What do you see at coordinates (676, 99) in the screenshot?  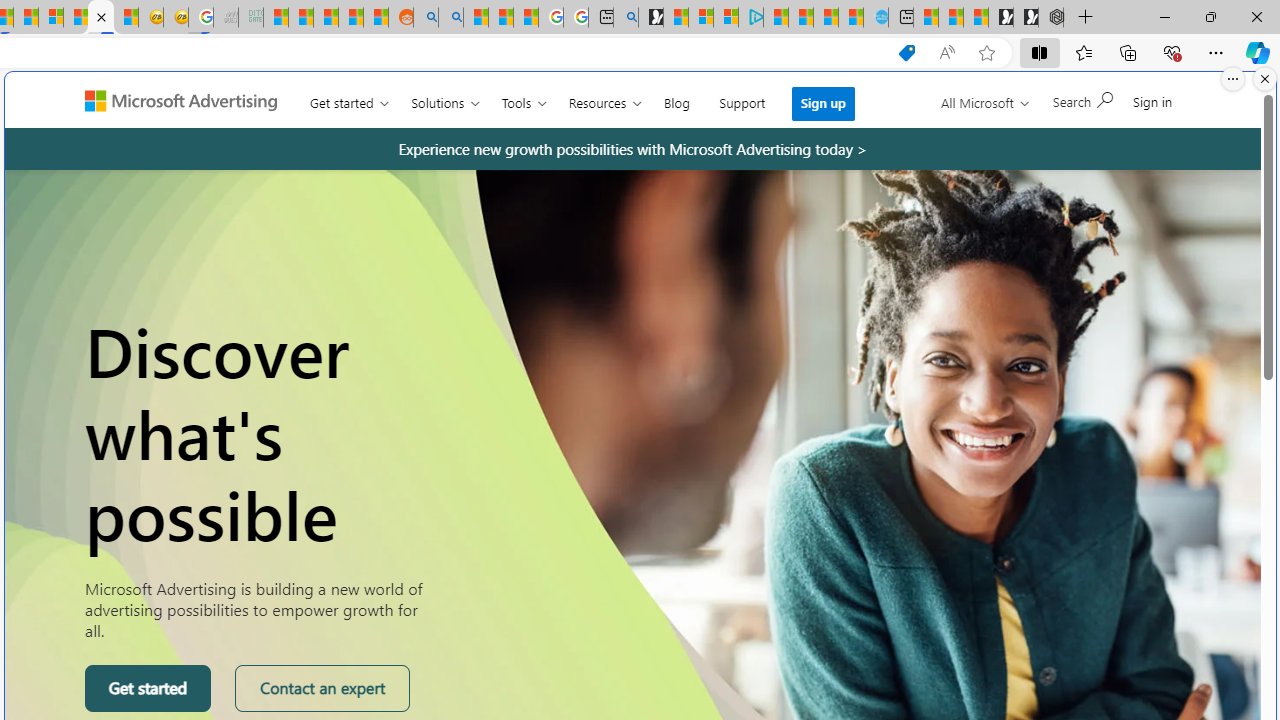 I see `'Blog'` at bounding box center [676, 99].